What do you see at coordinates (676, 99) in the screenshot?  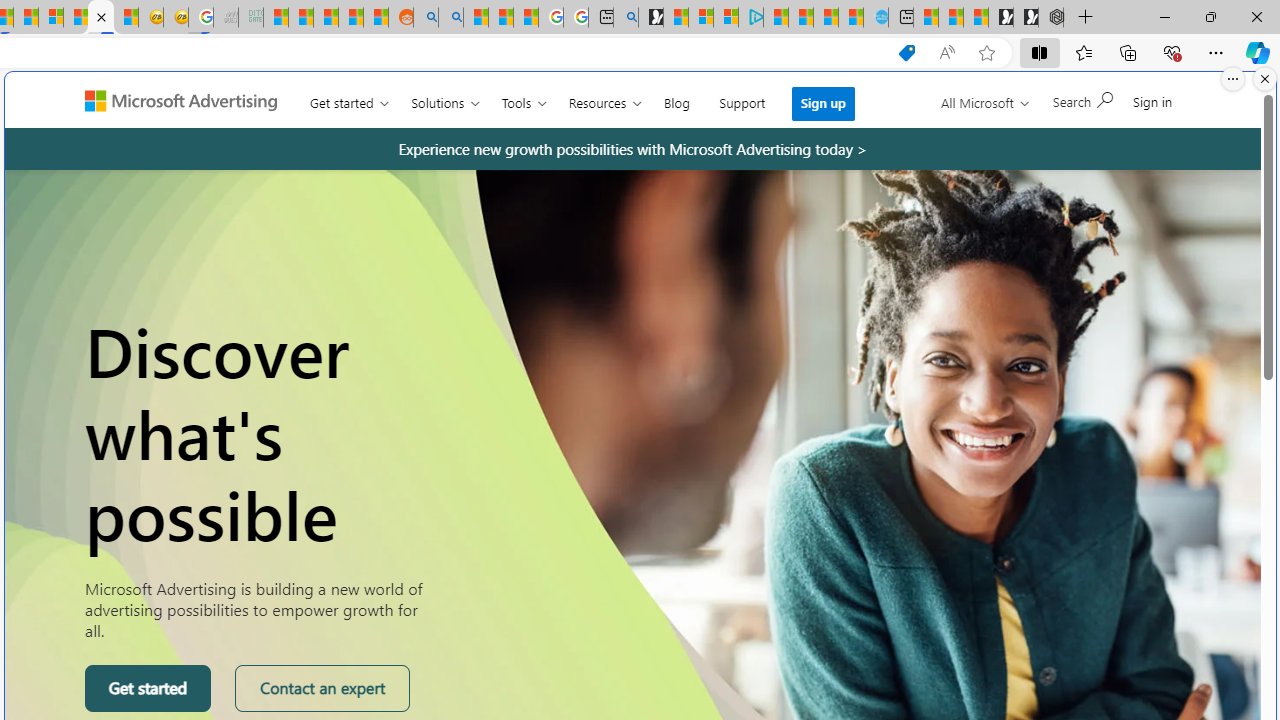 I see `'Blog'` at bounding box center [676, 99].